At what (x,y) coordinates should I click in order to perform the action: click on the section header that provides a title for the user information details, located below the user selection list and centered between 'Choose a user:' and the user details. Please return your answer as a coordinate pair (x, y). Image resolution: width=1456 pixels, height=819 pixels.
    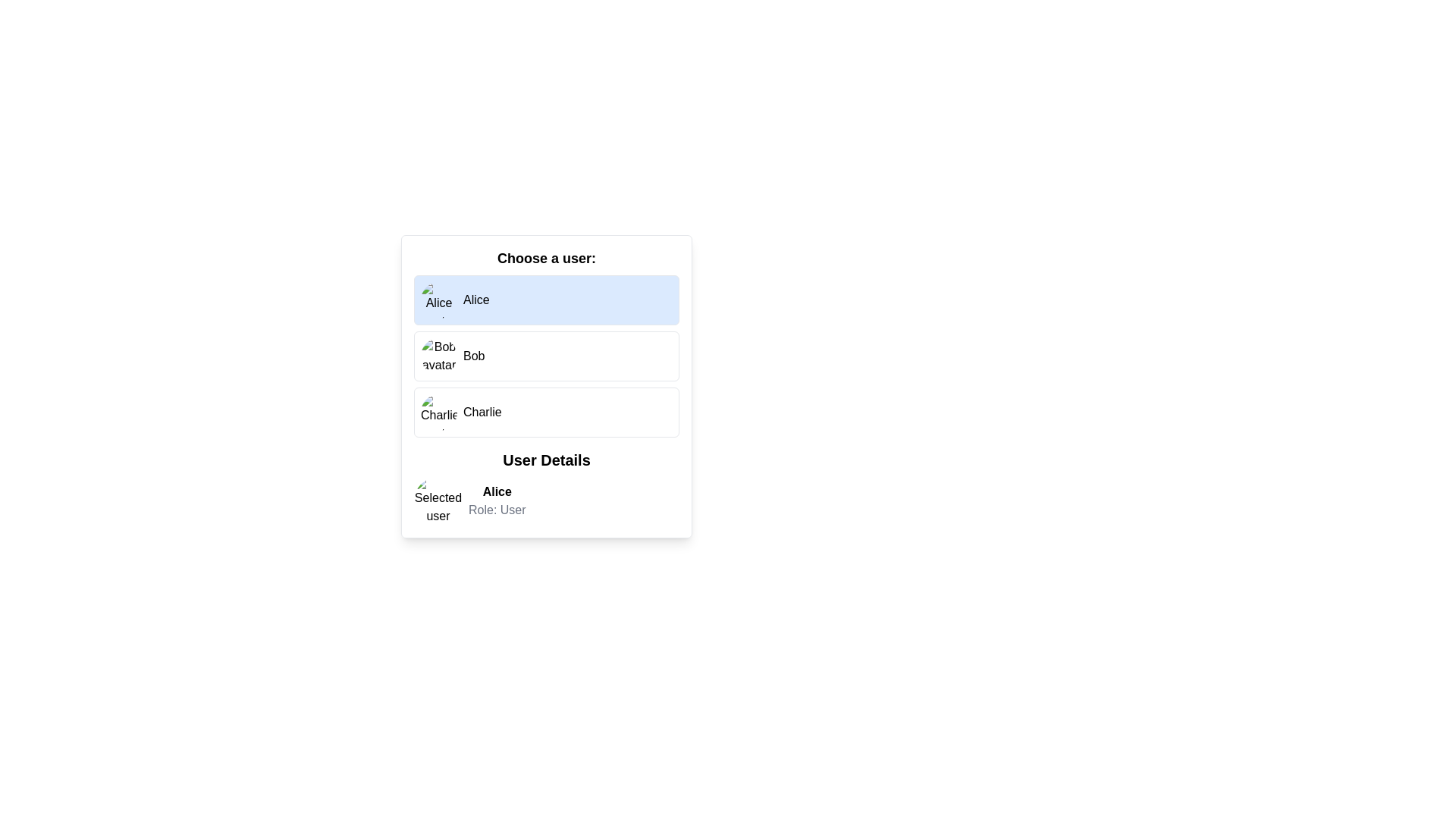
    Looking at the image, I should click on (546, 459).